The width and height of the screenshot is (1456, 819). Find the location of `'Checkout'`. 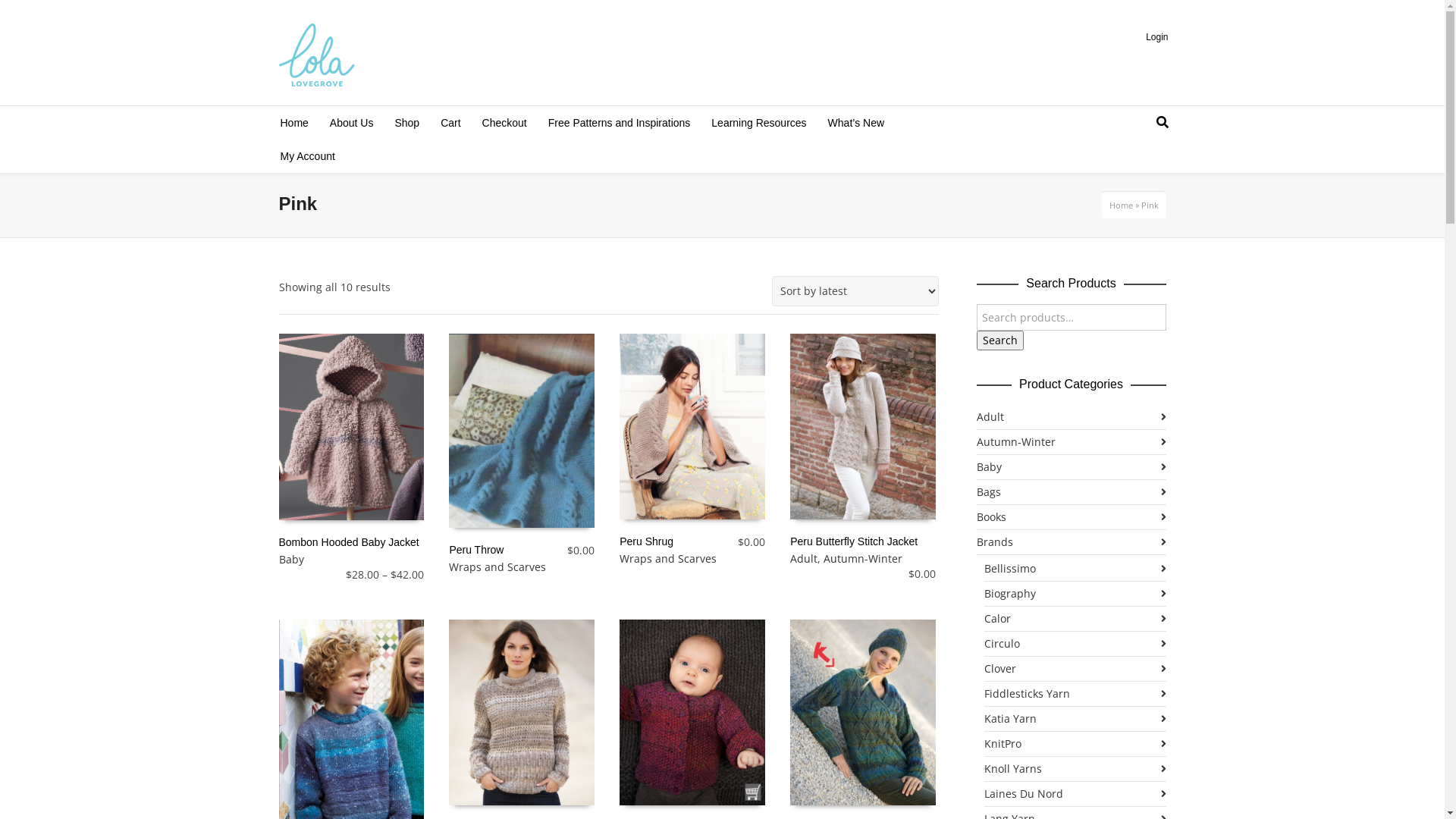

'Checkout' is located at coordinates (504, 122).